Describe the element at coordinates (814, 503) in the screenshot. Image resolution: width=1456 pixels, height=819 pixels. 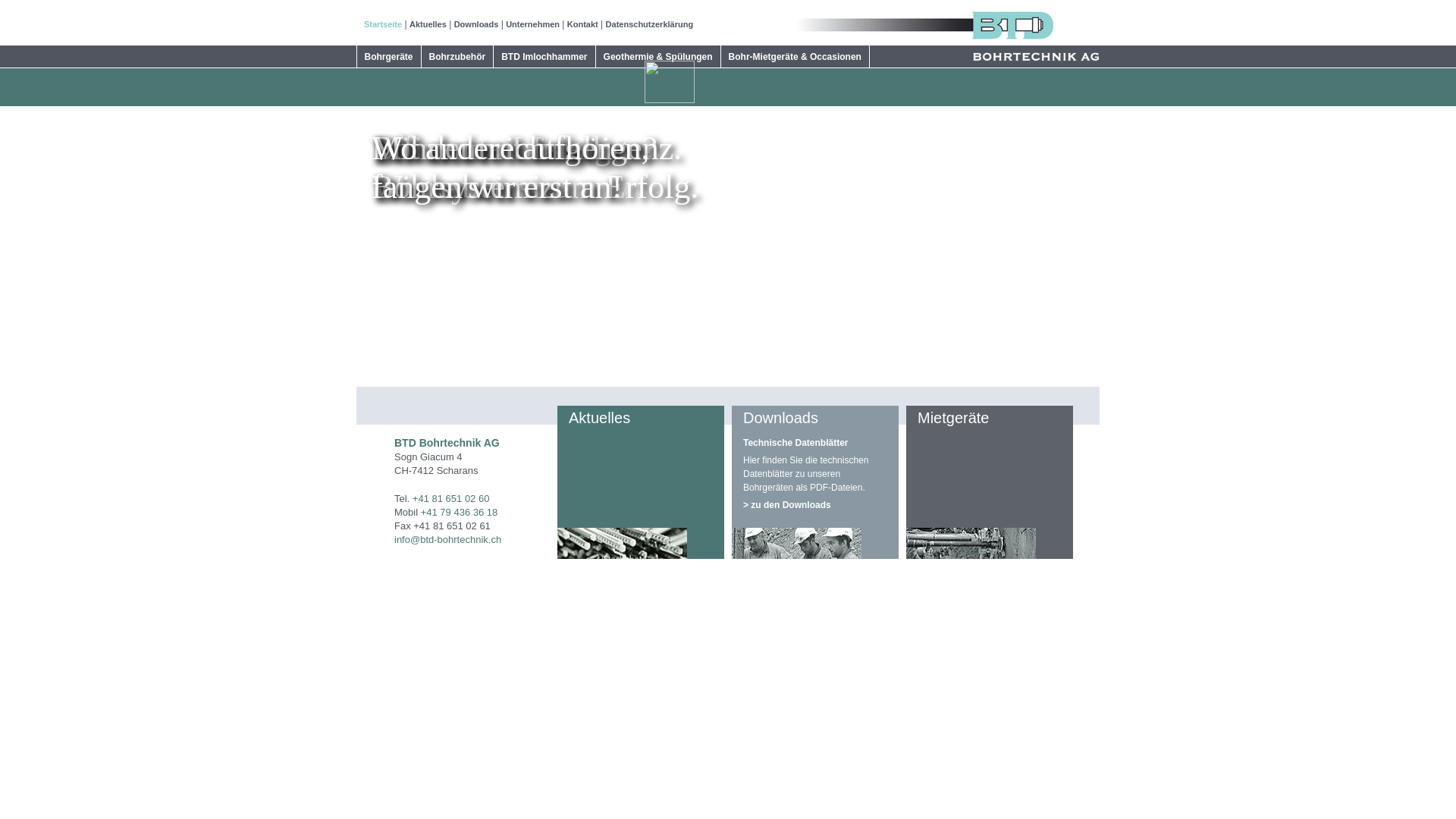
I see `'> zu den Downloads'` at that location.